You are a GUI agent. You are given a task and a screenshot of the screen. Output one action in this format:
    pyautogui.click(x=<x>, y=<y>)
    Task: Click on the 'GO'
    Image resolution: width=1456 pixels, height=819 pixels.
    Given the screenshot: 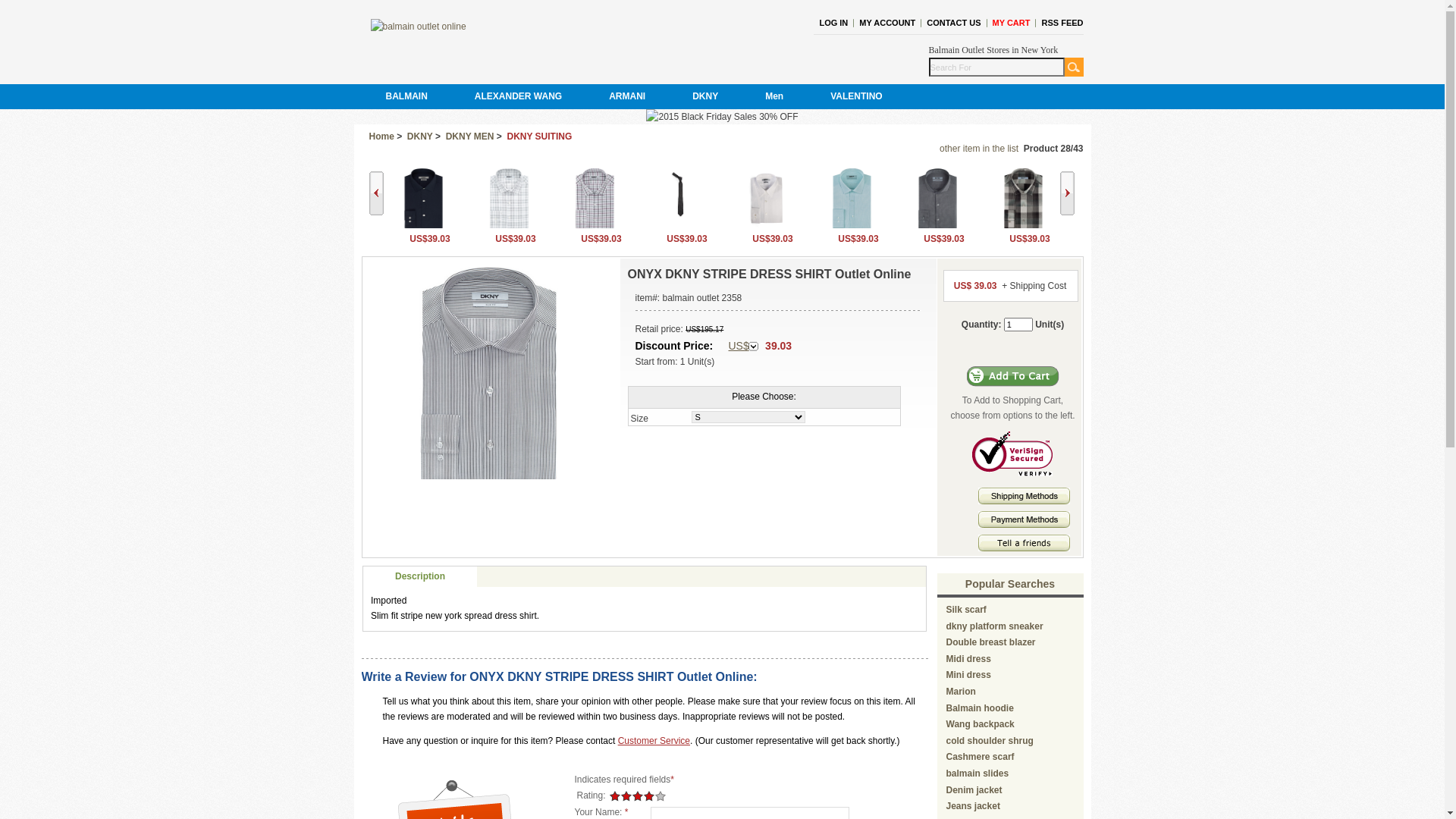 What is the action you would take?
    pyautogui.click(x=1073, y=66)
    